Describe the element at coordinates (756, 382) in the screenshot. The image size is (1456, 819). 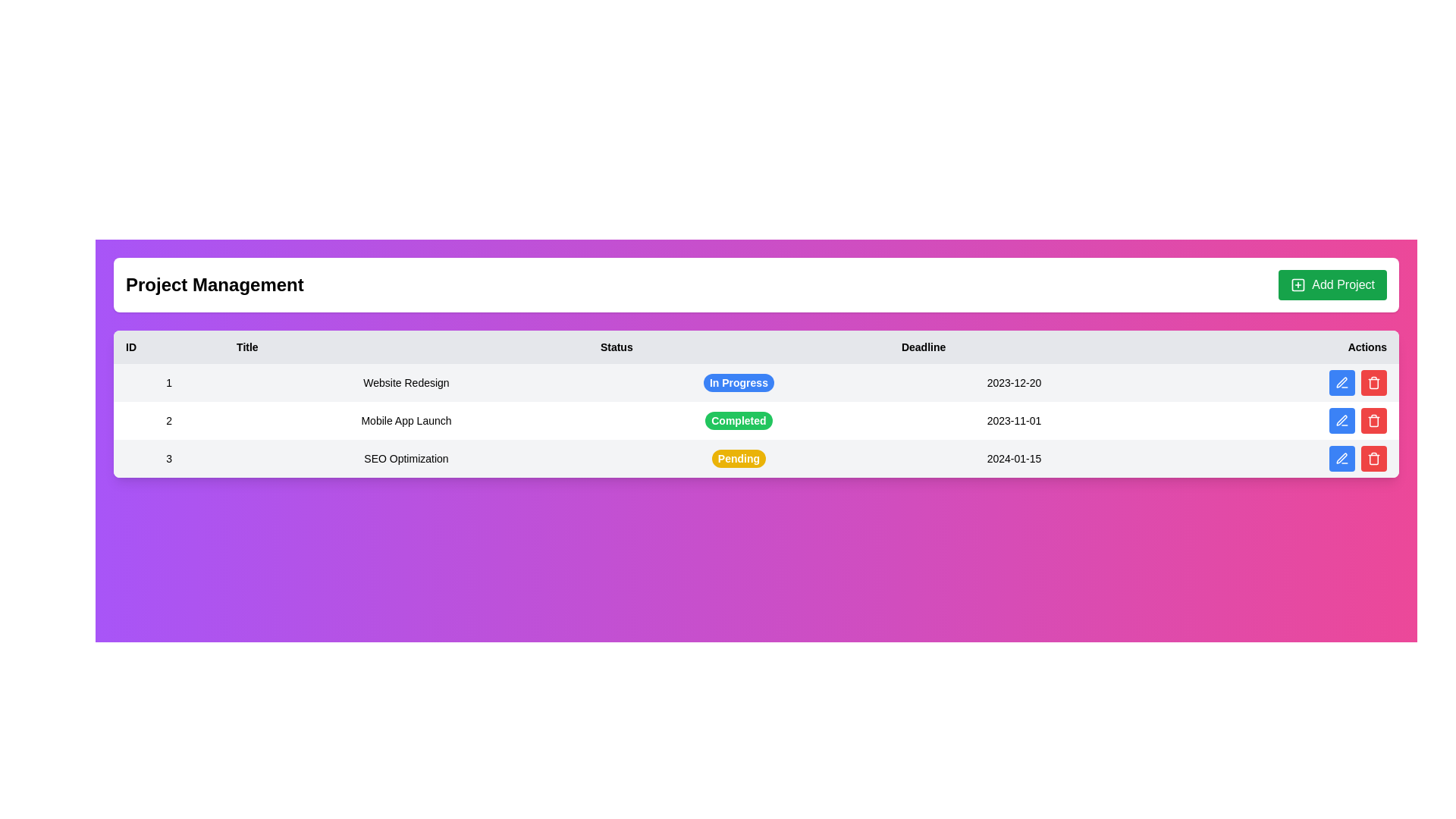
I see `the status badge in the first row of the project details table for 'Website Redesign'` at that location.